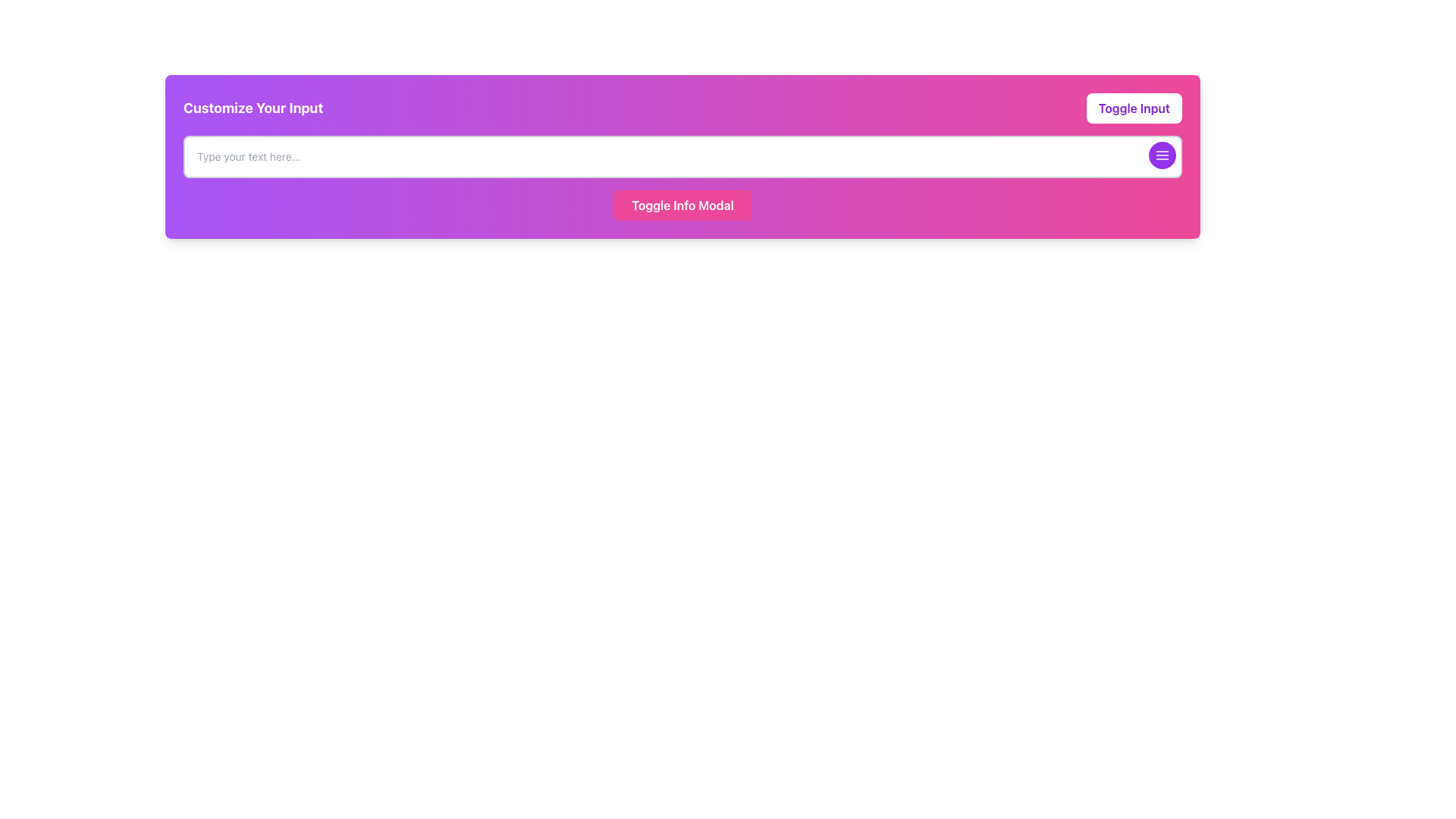  Describe the element at coordinates (1161, 155) in the screenshot. I see `the Menu Toggle icon located in the top-right corner of the text input field by moving the cursor to its center` at that location.